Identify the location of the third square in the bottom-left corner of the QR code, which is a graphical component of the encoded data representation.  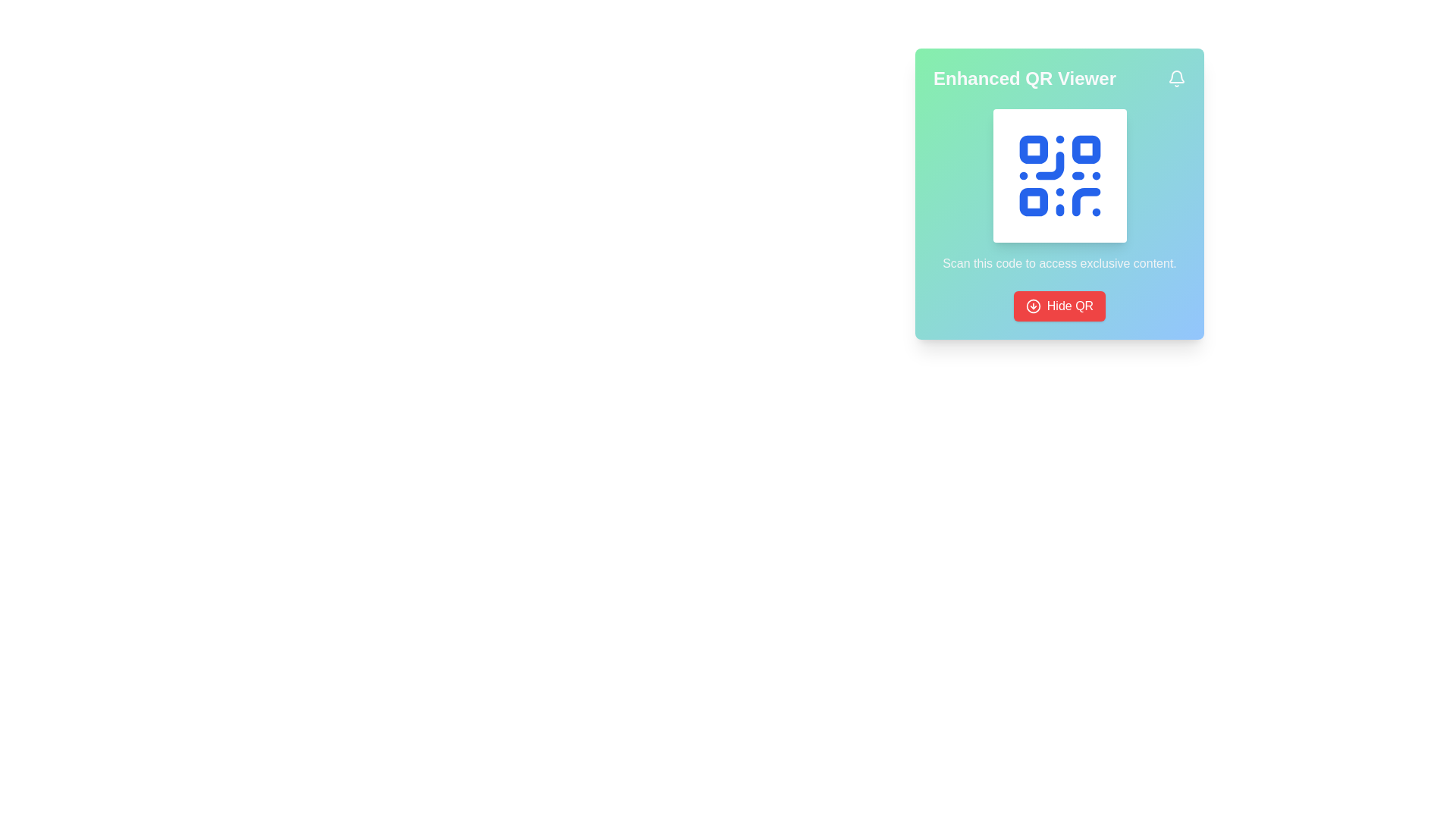
(1032, 201).